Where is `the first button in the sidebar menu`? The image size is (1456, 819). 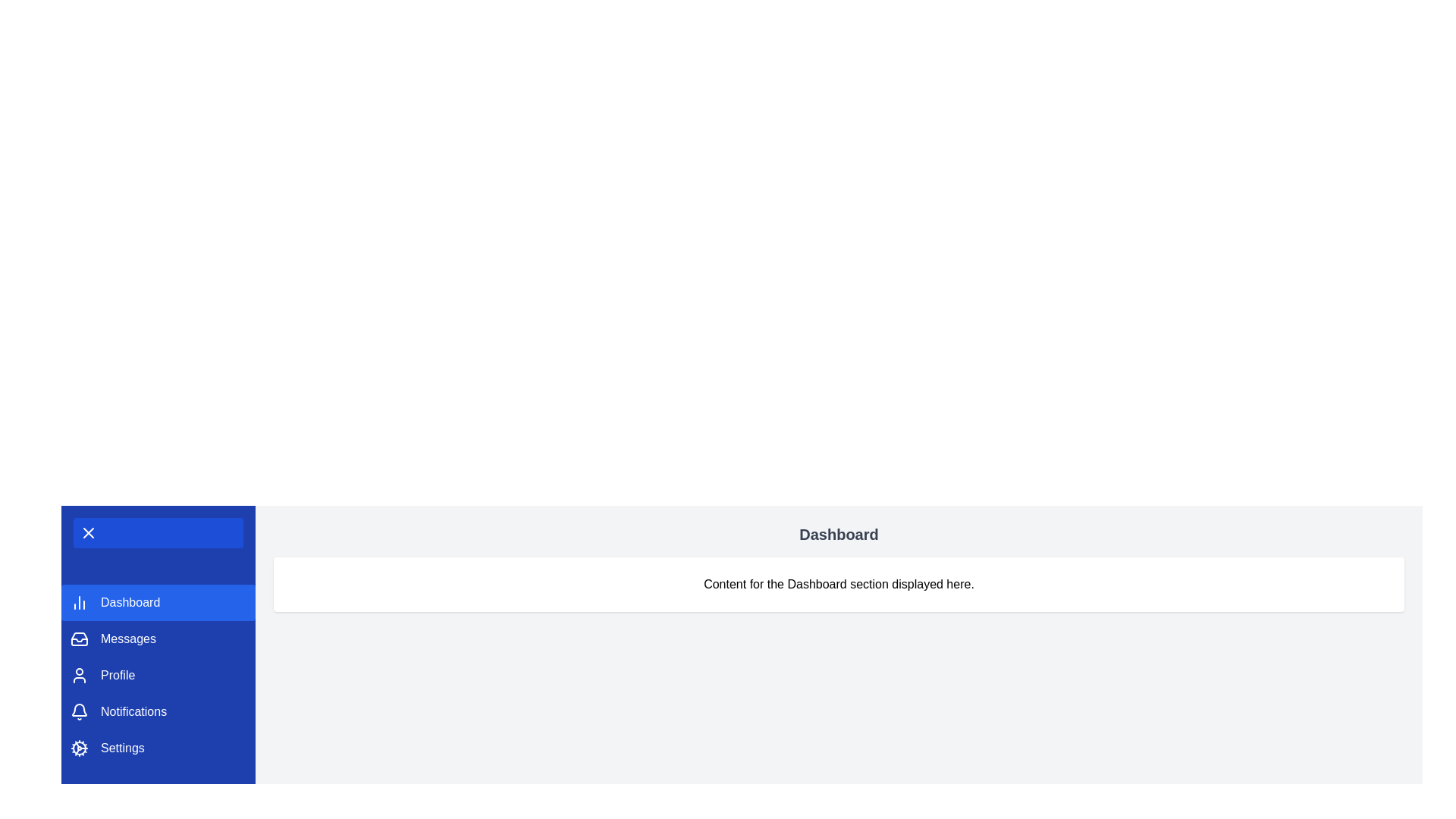
the first button in the sidebar menu is located at coordinates (158, 601).